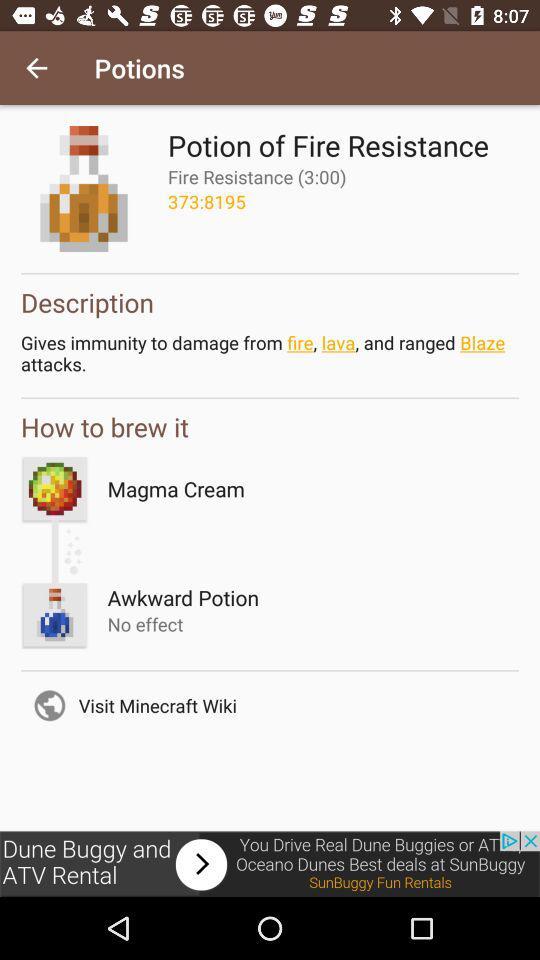 This screenshot has width=540, height=960. Describe the element at coordinates (270, 863) in the screenshot. I see `click the dune buggy advertisement` at that location.